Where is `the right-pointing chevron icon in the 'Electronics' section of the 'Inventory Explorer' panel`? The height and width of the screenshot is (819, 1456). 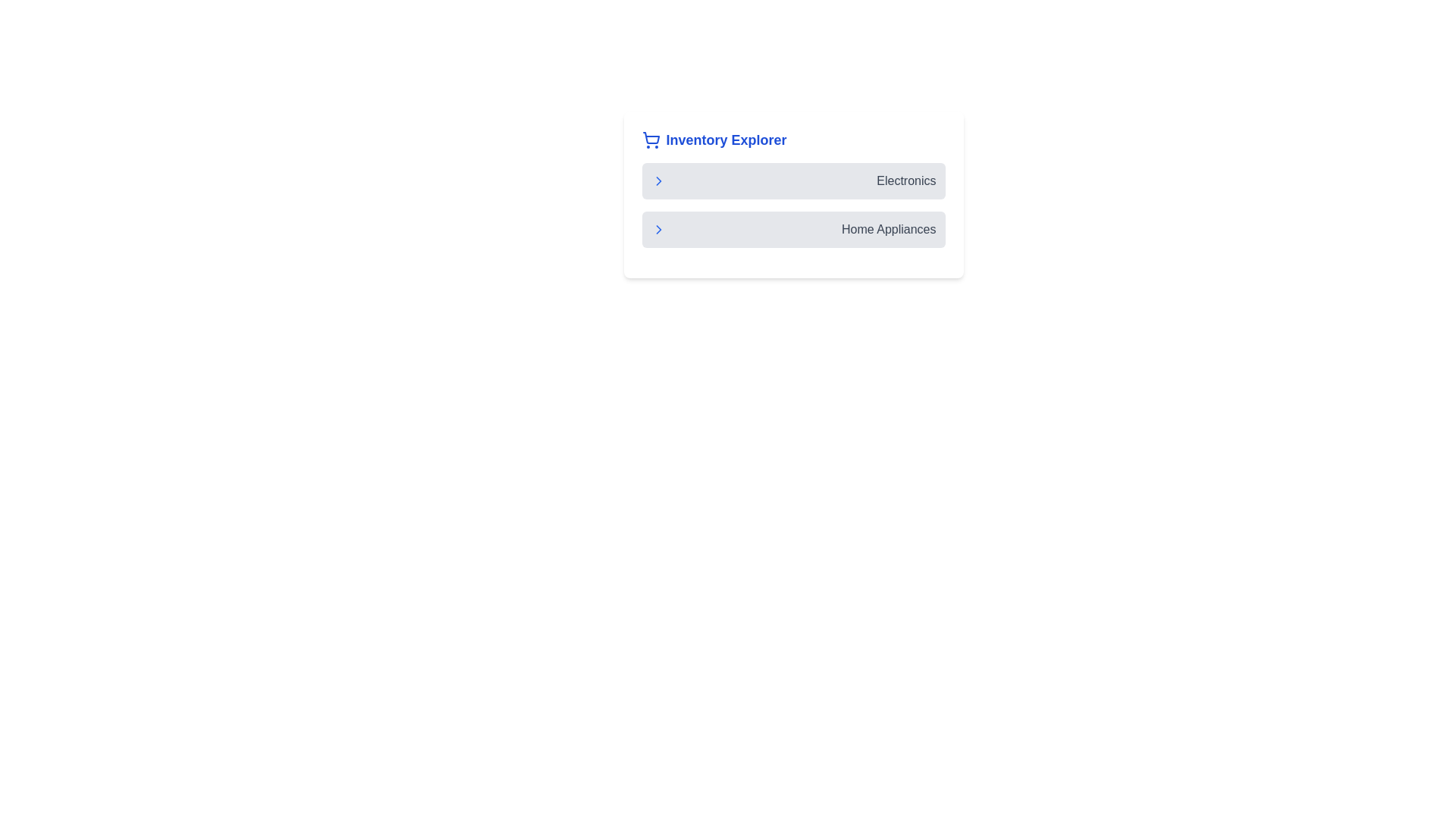
the right-pointing chevron icon in the 'Electronics' section of the 'Inventory Explorer' panel is located at coordinates (658, 180).